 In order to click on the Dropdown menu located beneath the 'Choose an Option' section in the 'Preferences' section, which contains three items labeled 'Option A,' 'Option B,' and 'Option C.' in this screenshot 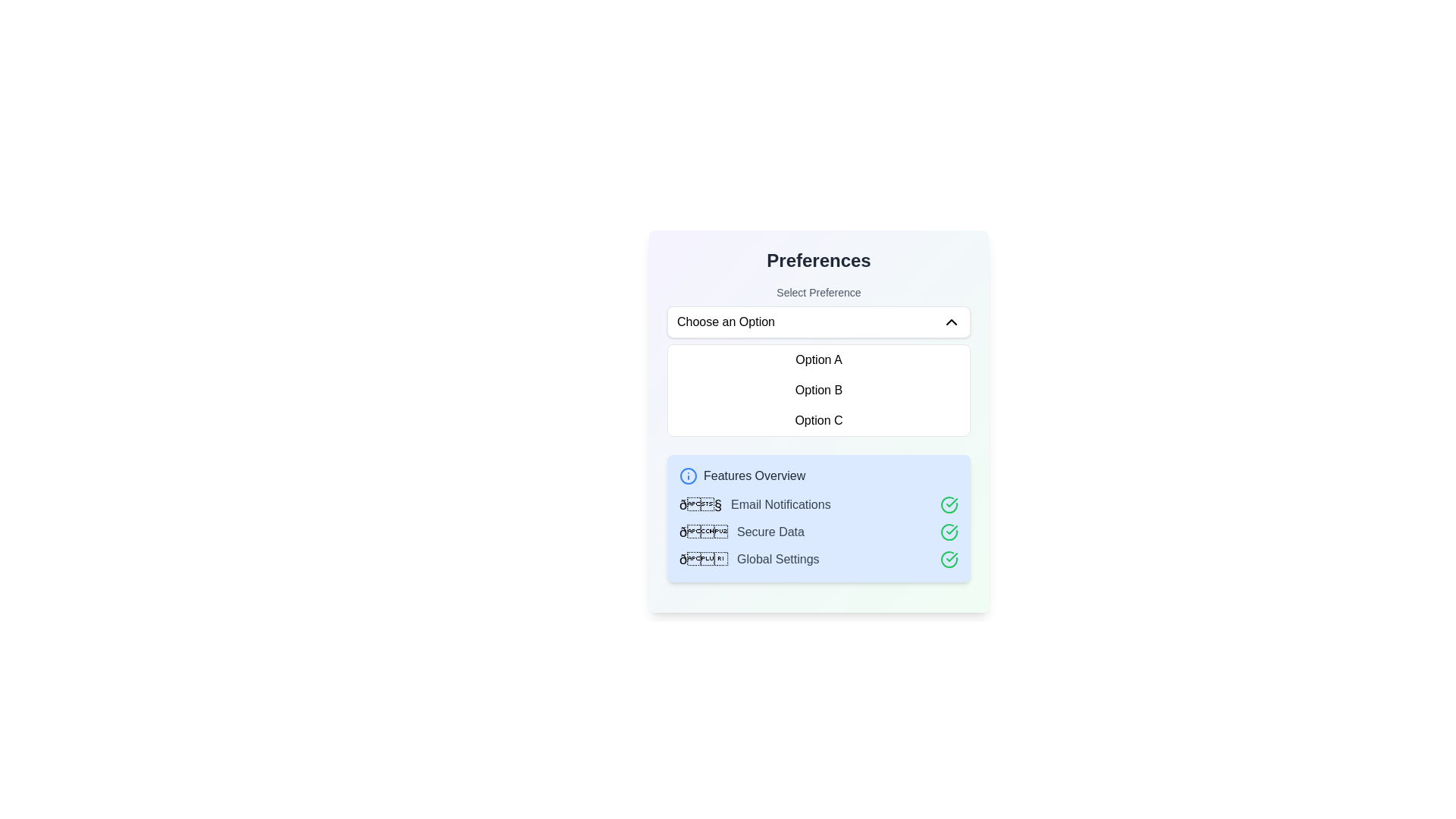, I will do `click(818, 390)`.